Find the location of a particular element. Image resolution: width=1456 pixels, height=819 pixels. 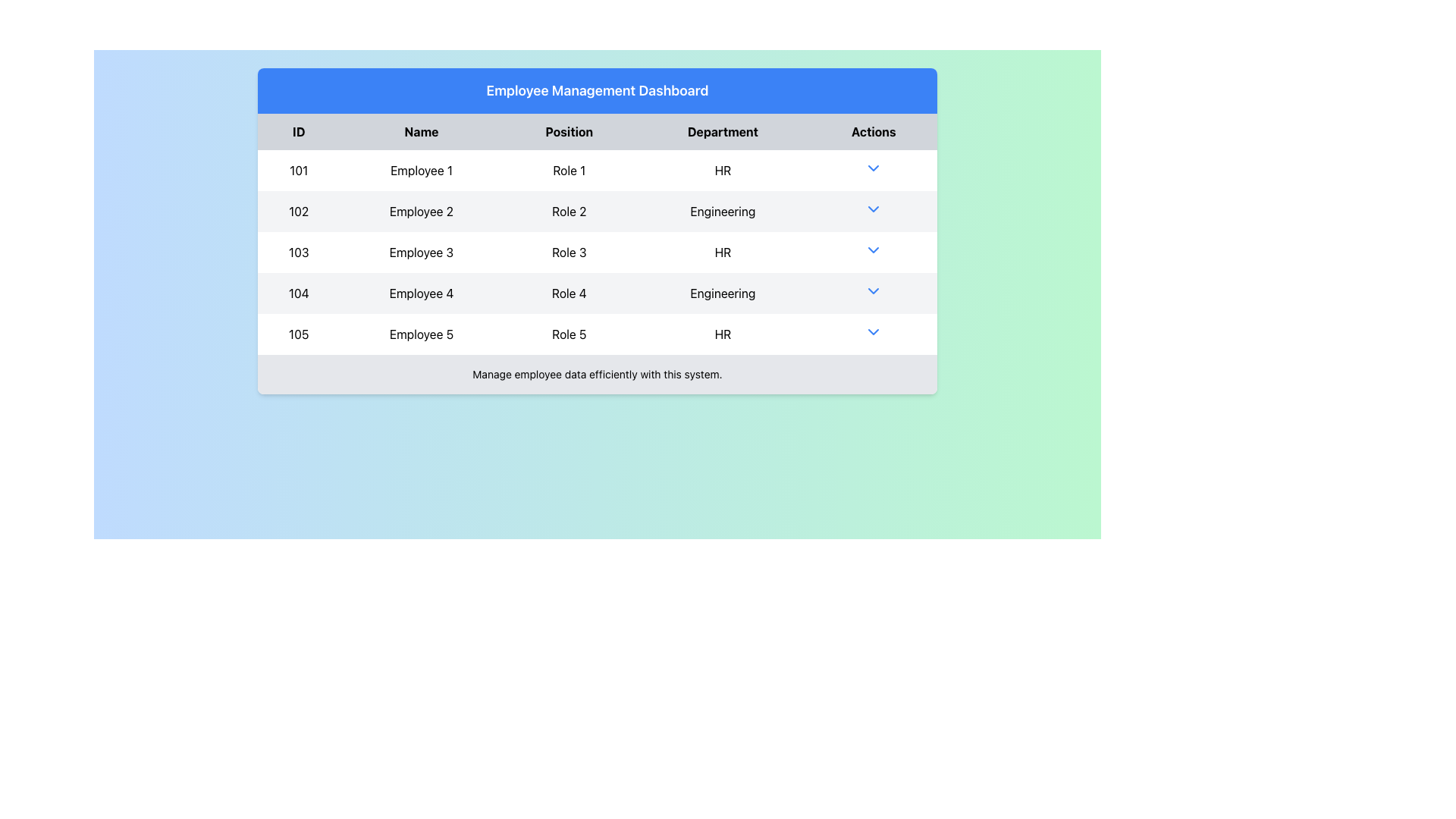

the text label displaying 'Role 1' in the 'Position' column of the Employee Management Dashboard table is located at coordinates (568, 170).